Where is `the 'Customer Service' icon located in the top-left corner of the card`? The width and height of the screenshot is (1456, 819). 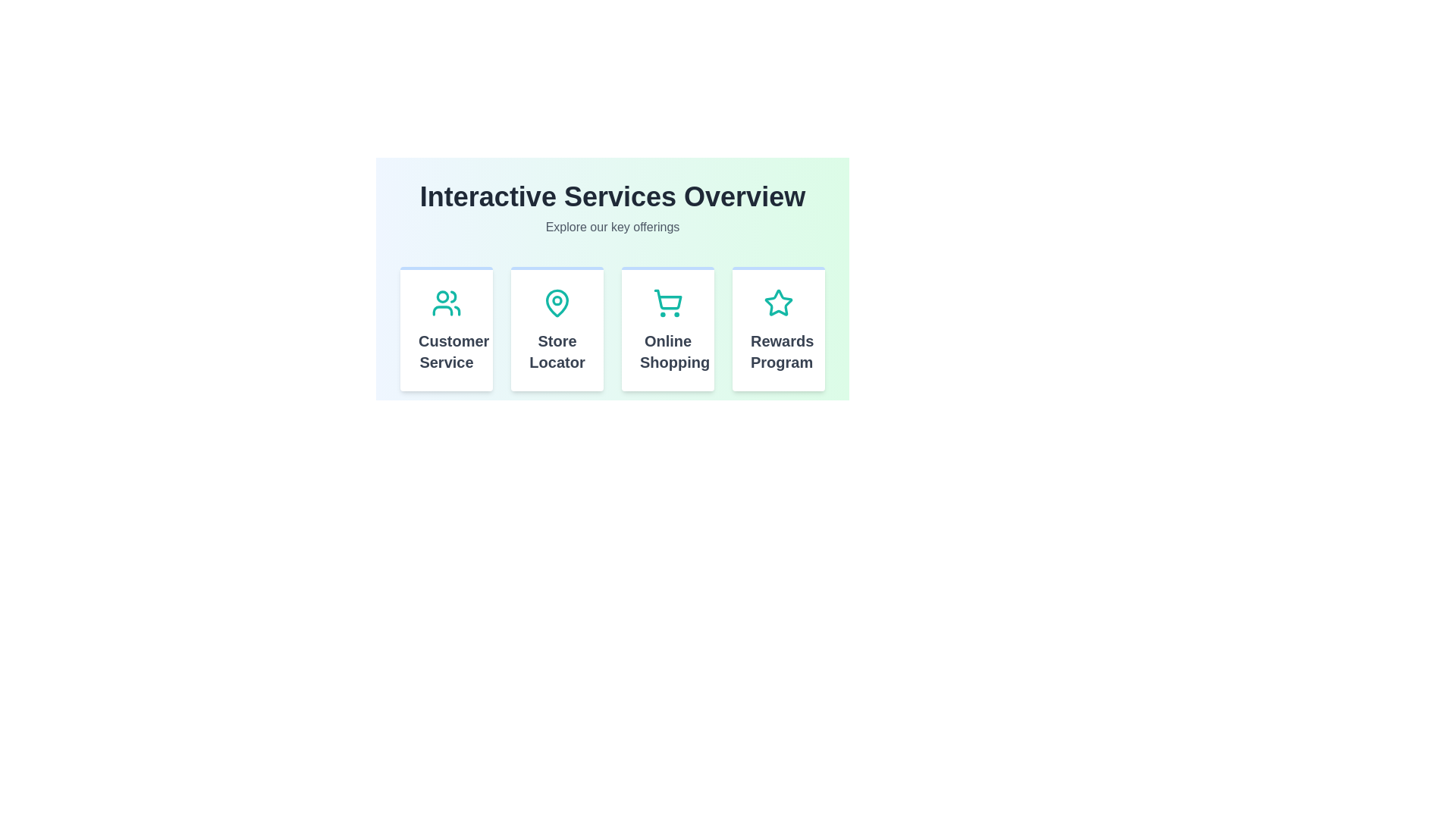 the 'Customer Service' icon located in the top-left corner of the card is located at coordinates (446, 303).